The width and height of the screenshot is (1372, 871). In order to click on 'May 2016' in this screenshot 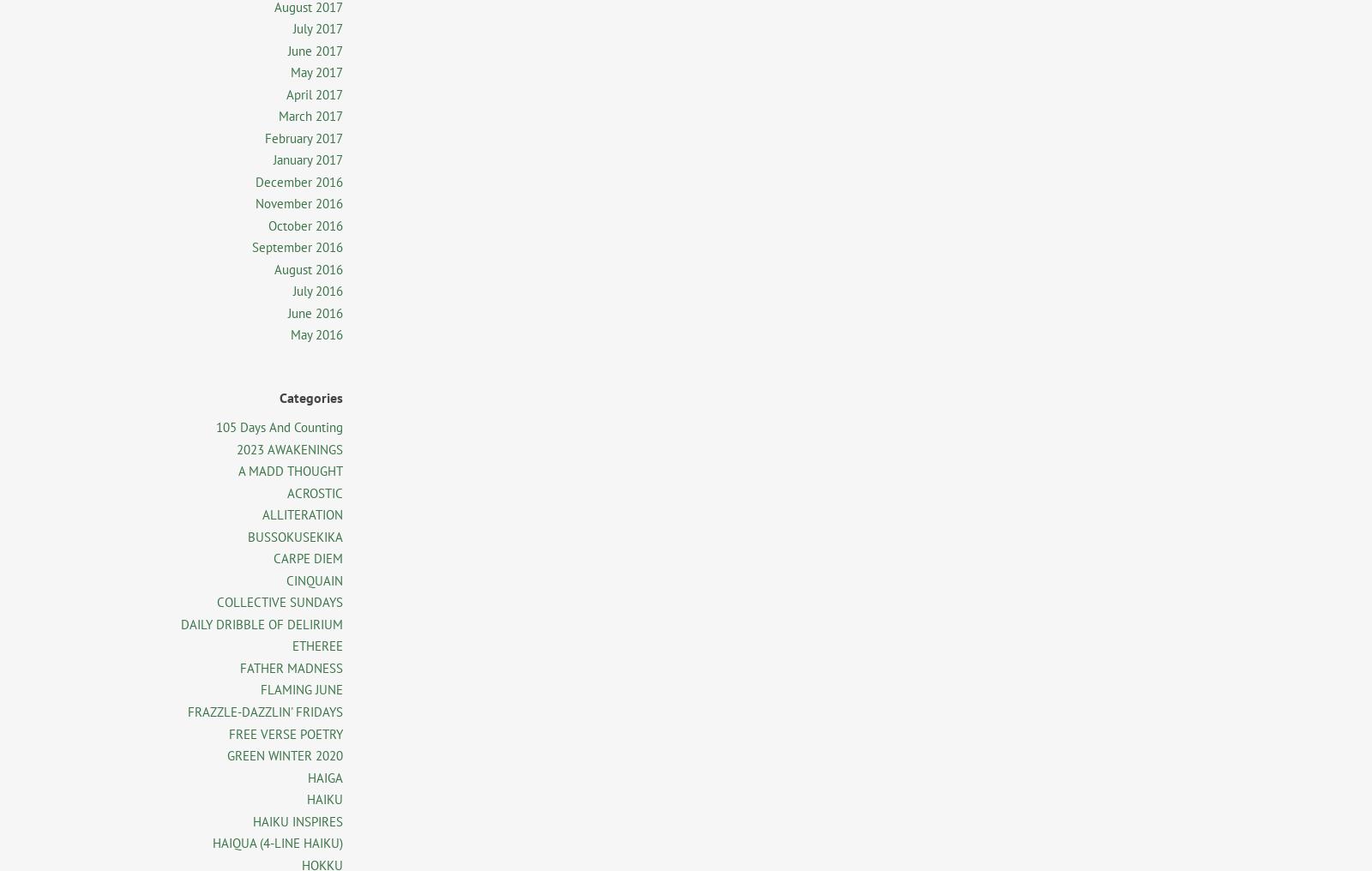, I will do `click(316, 333)`.